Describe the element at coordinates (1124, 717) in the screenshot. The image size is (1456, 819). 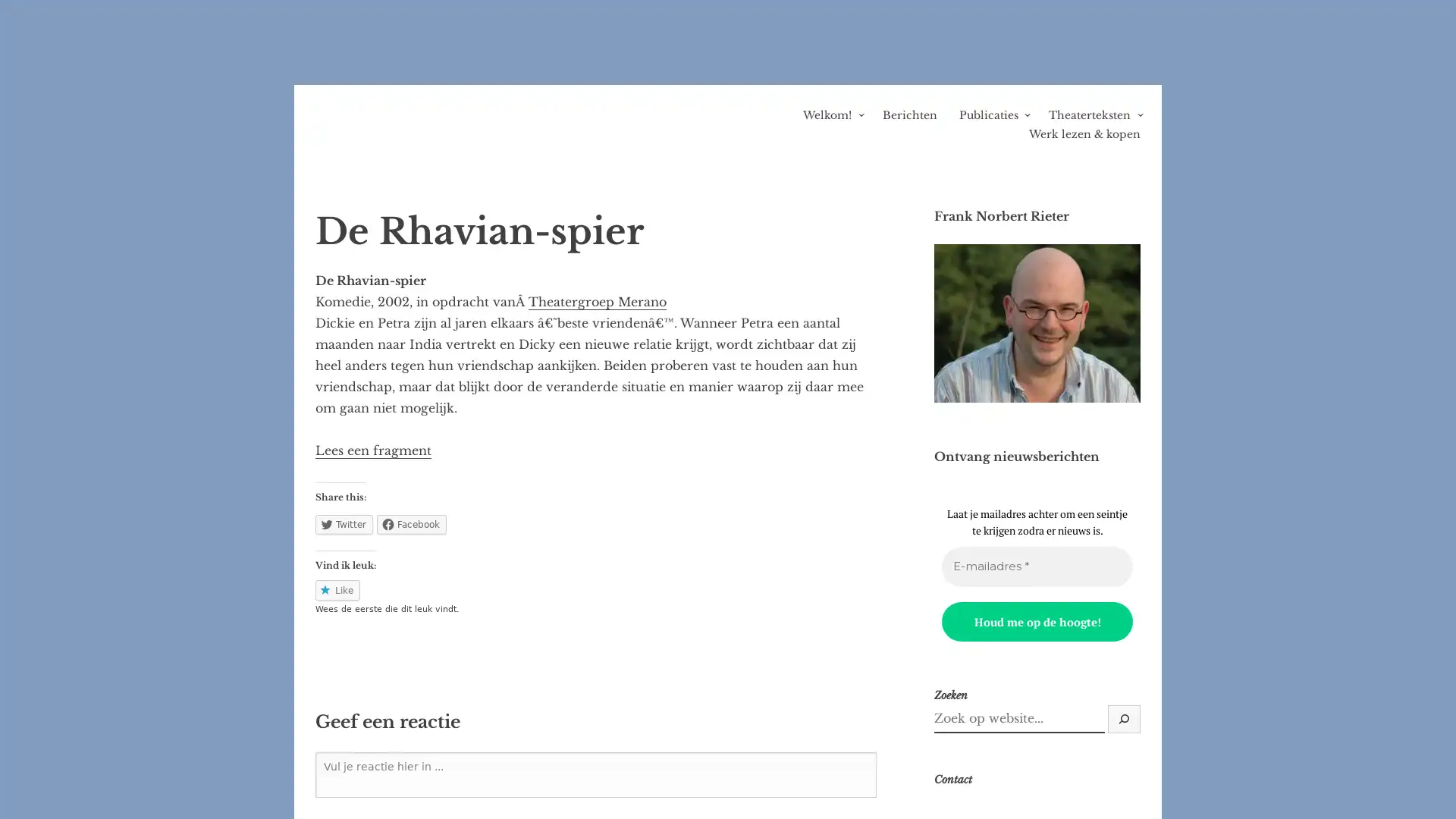
I see `Zoek` at that location.